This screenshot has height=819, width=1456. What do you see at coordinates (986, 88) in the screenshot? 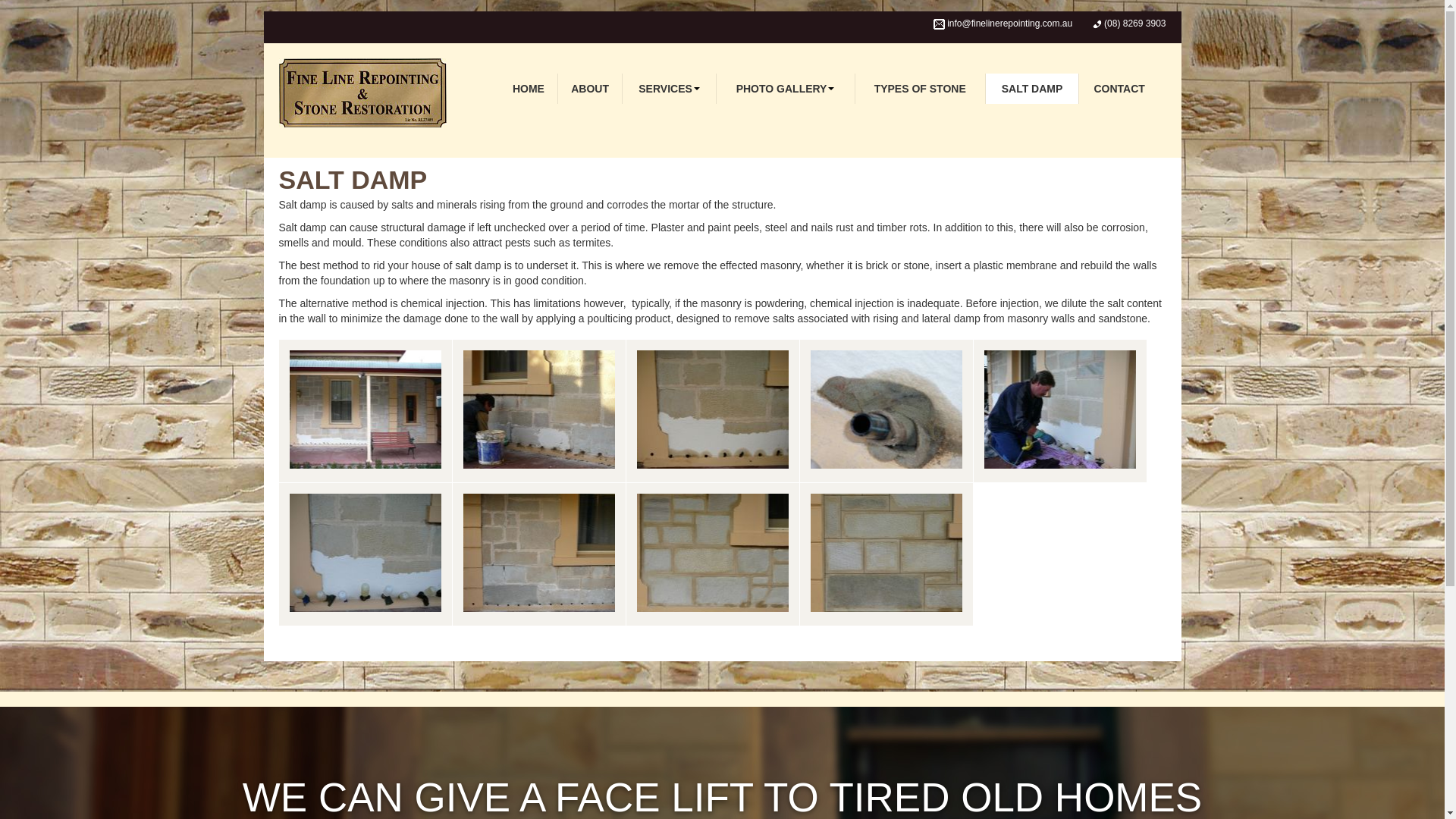
I see `'SALT DAMP'` at bounding box center [986, 88].